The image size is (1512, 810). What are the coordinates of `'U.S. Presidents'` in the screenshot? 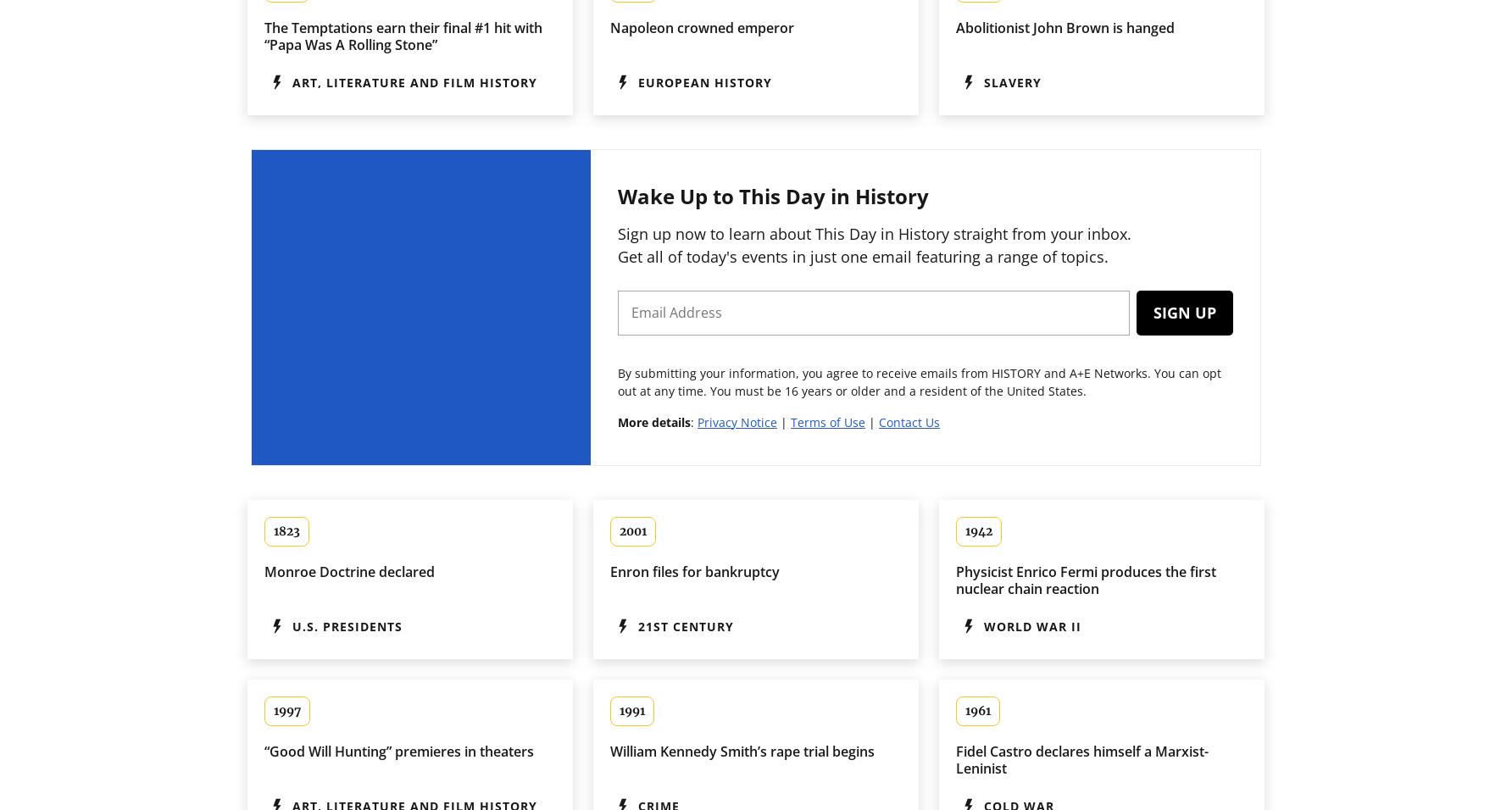 It's located at (346, 624).